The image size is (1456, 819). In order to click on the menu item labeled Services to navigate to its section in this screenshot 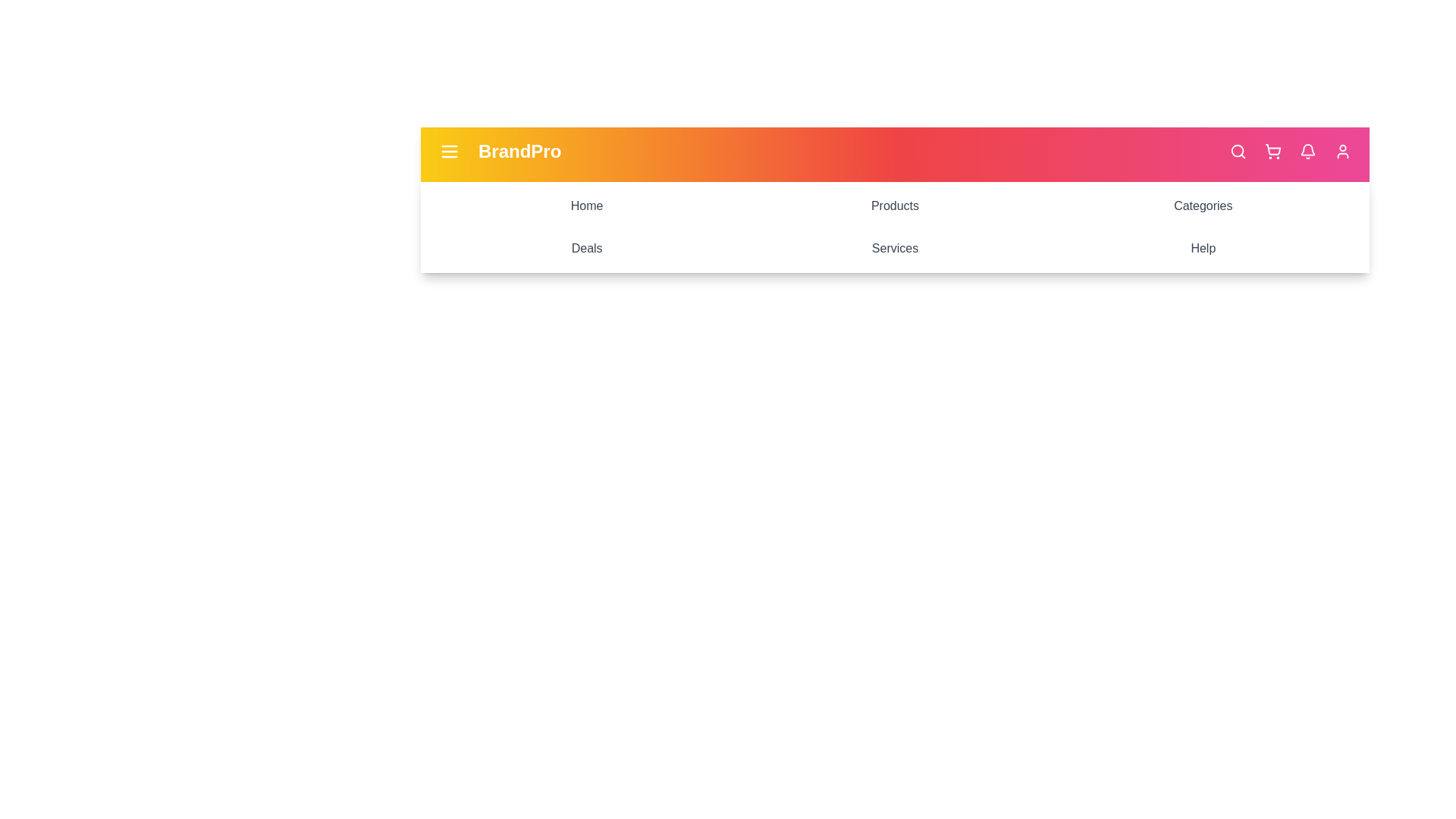, I will do `click(895, 247)`.